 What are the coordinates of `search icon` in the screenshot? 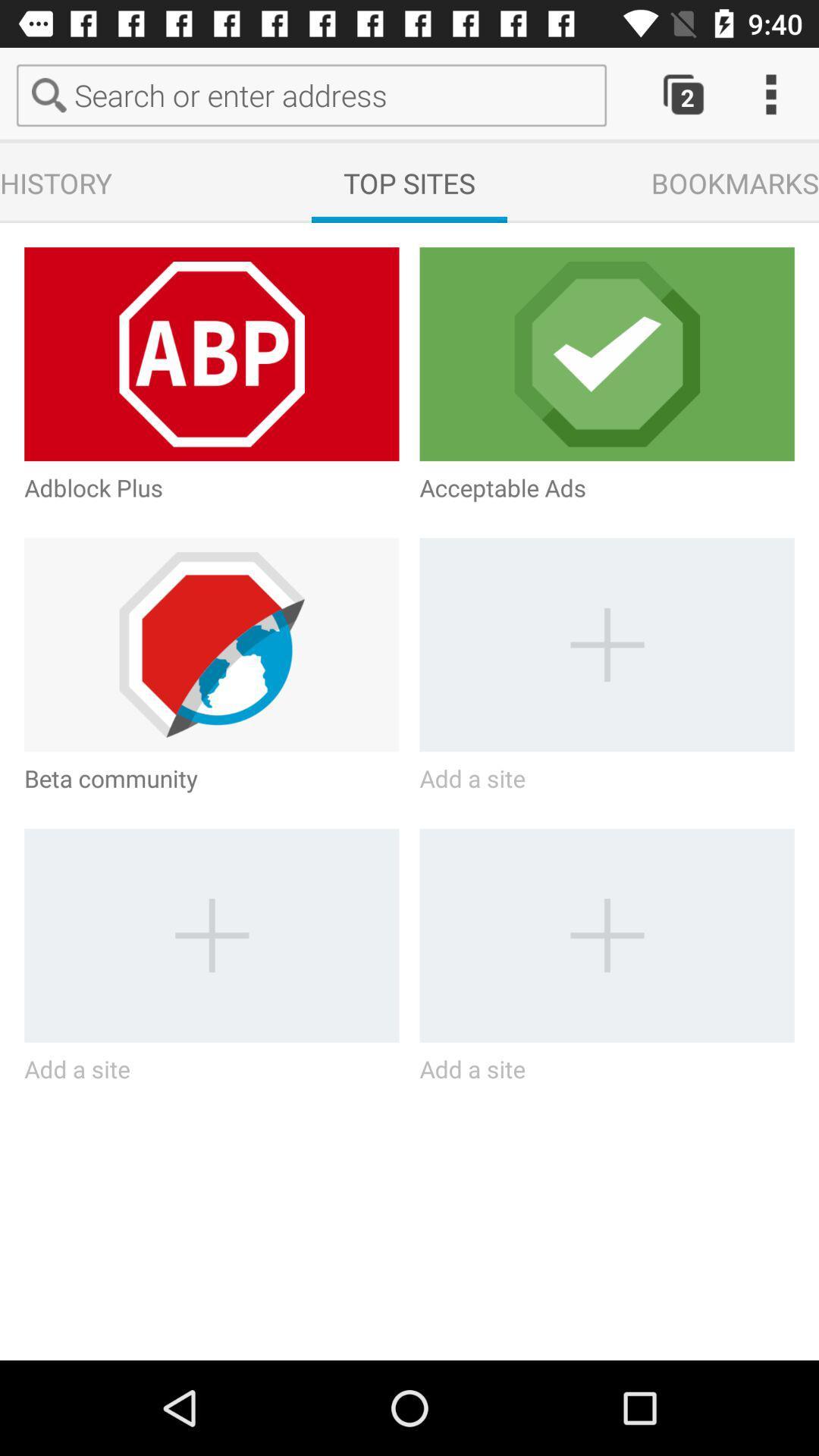 It's located at (52, 94).